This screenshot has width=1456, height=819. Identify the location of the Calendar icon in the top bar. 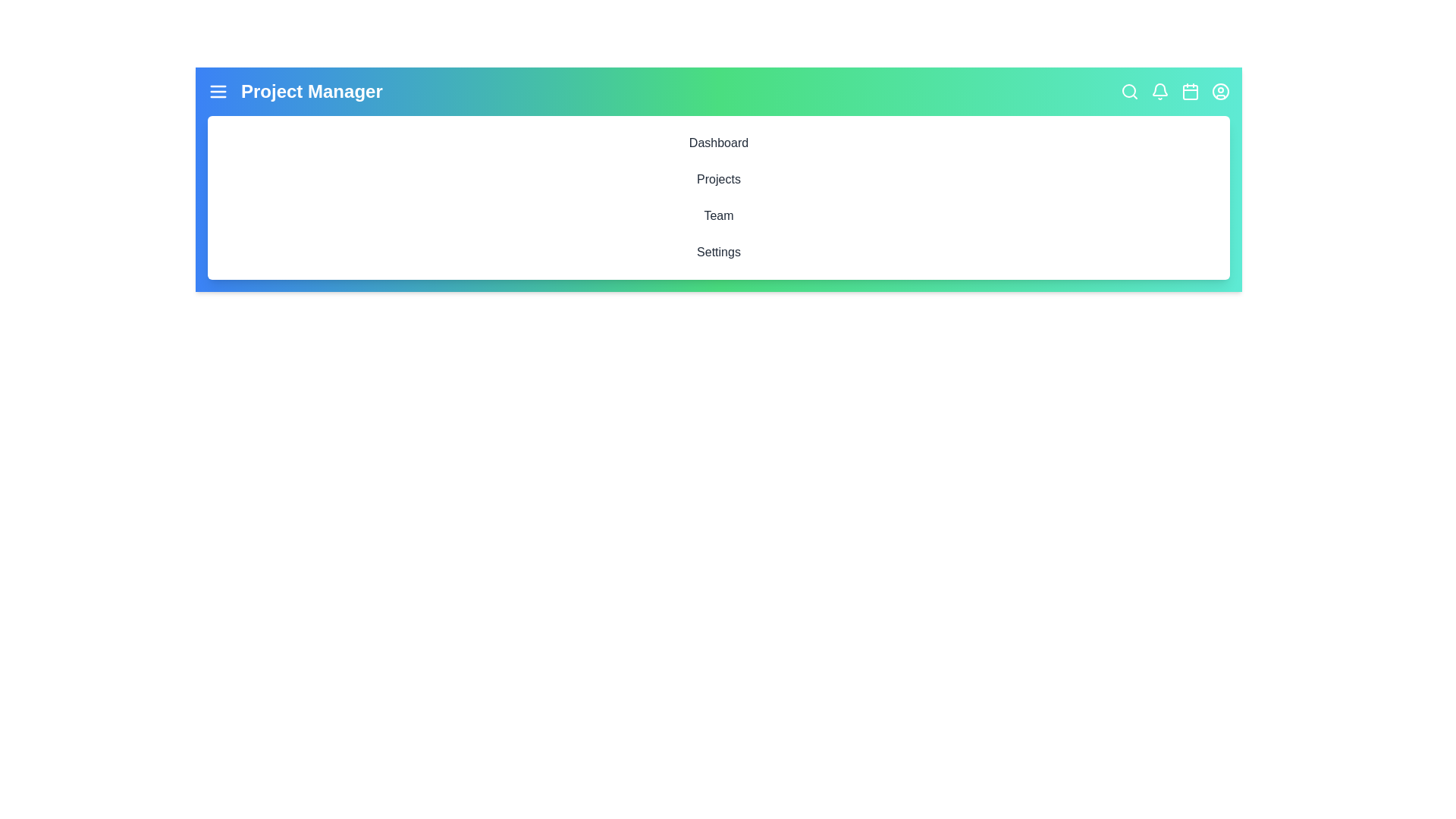
(1189, 91).